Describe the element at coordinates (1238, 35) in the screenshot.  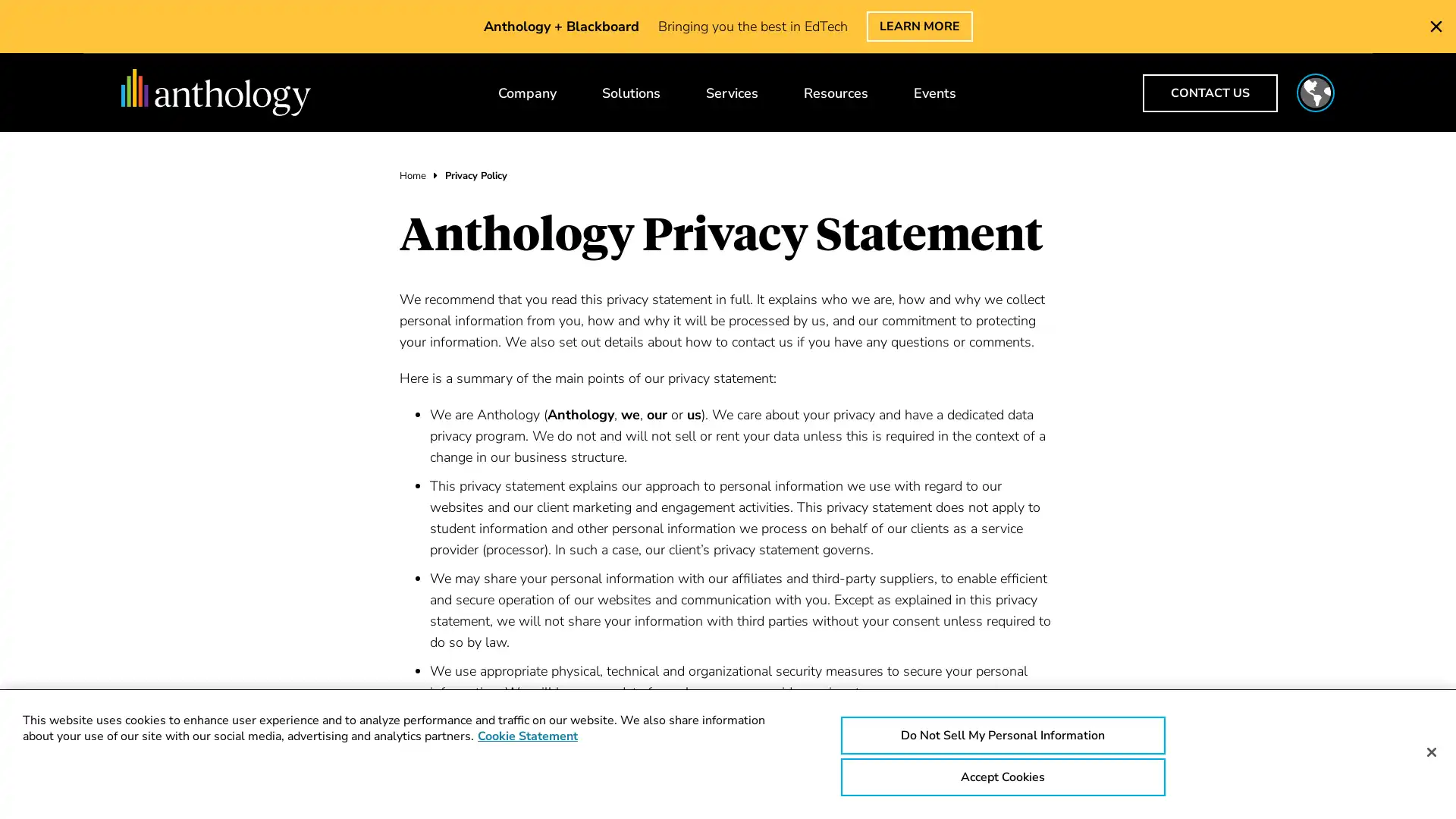
I see `CLOSE` at that location.